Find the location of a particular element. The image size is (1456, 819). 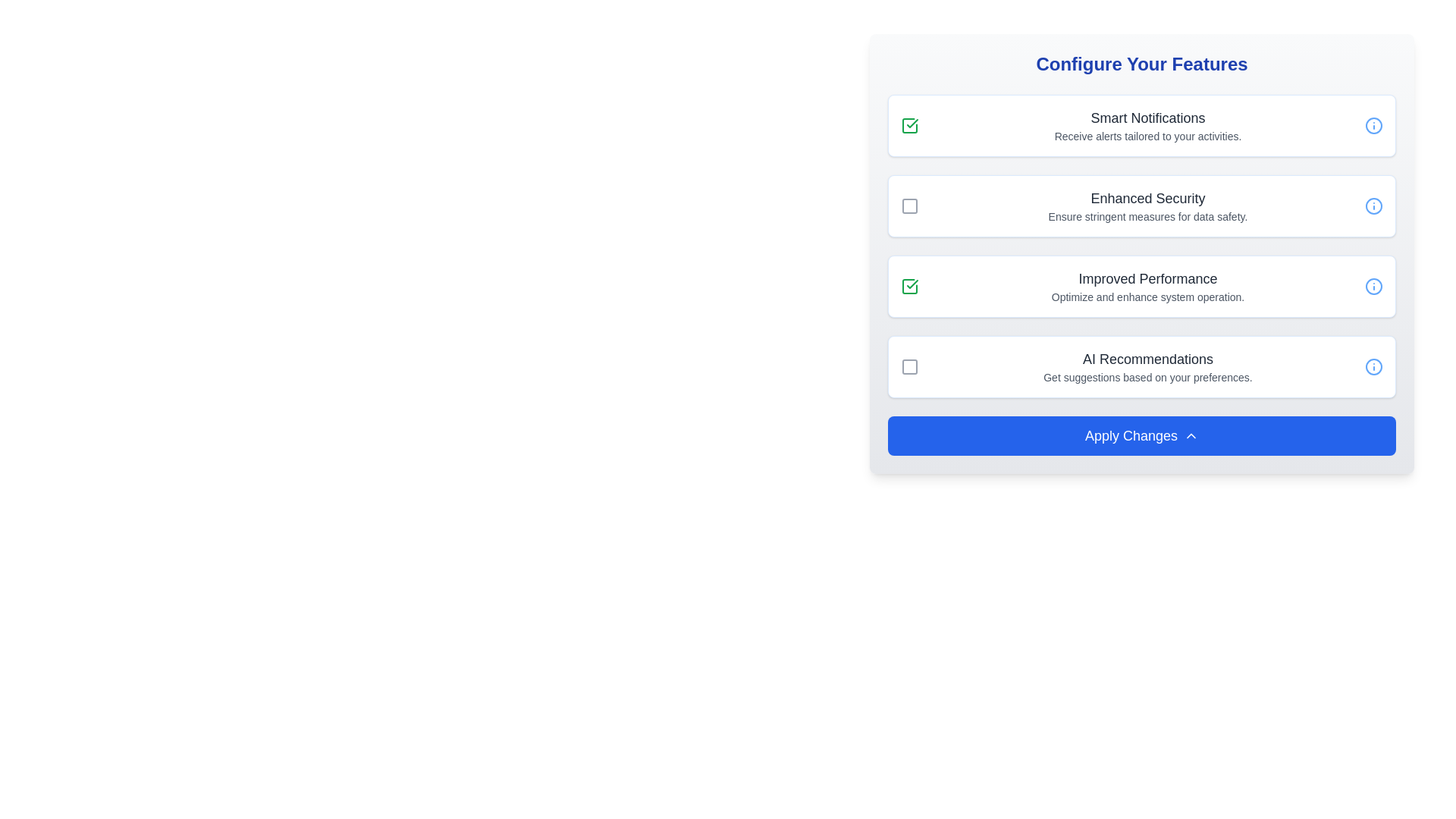

the Text Label displaying 'Optimize and enhance system operation.' located below the header 'Improved Performance' is located at coordinates (1147, 297).